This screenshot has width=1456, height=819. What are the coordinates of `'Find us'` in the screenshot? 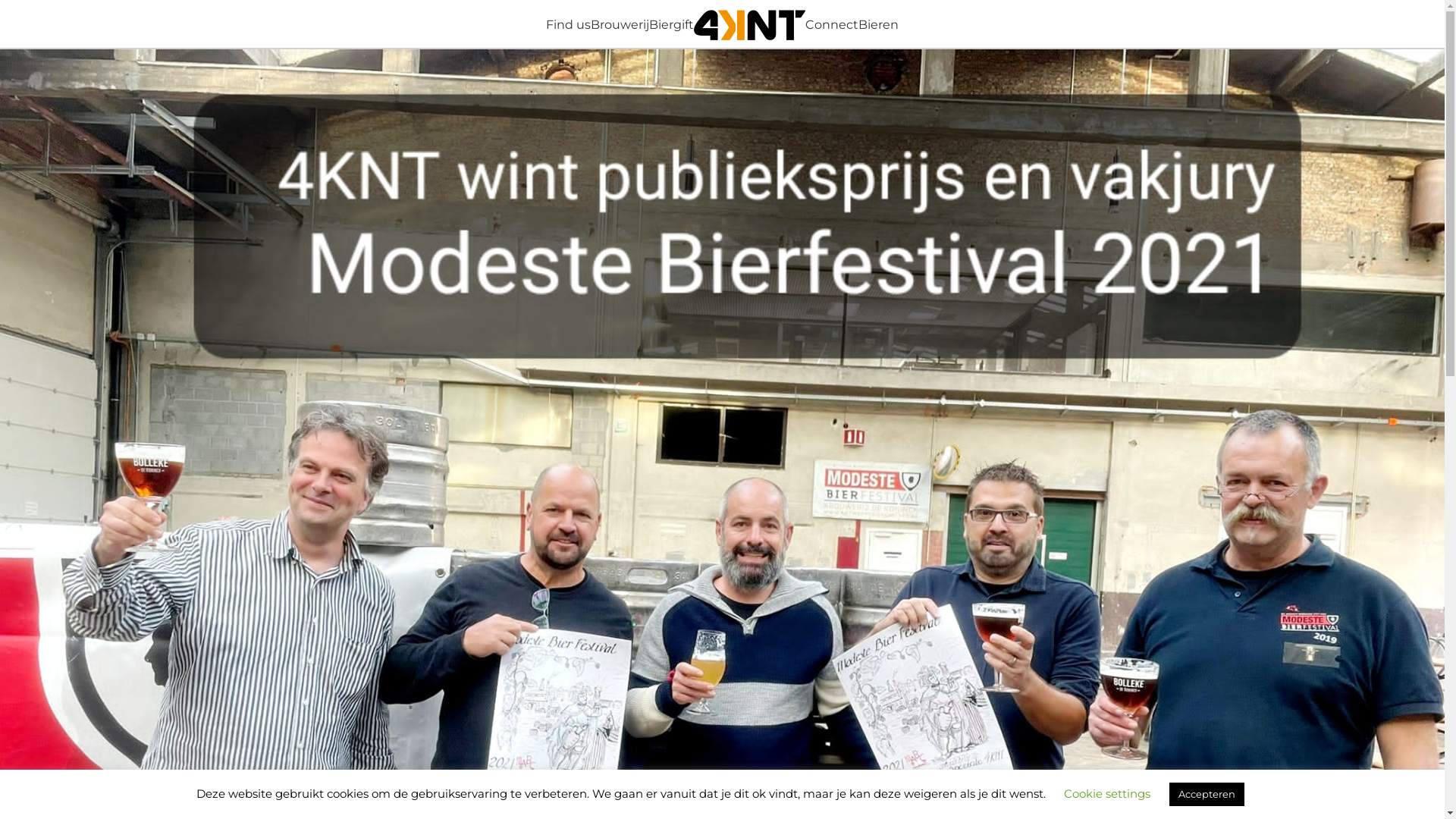 It's located at (567, 24).